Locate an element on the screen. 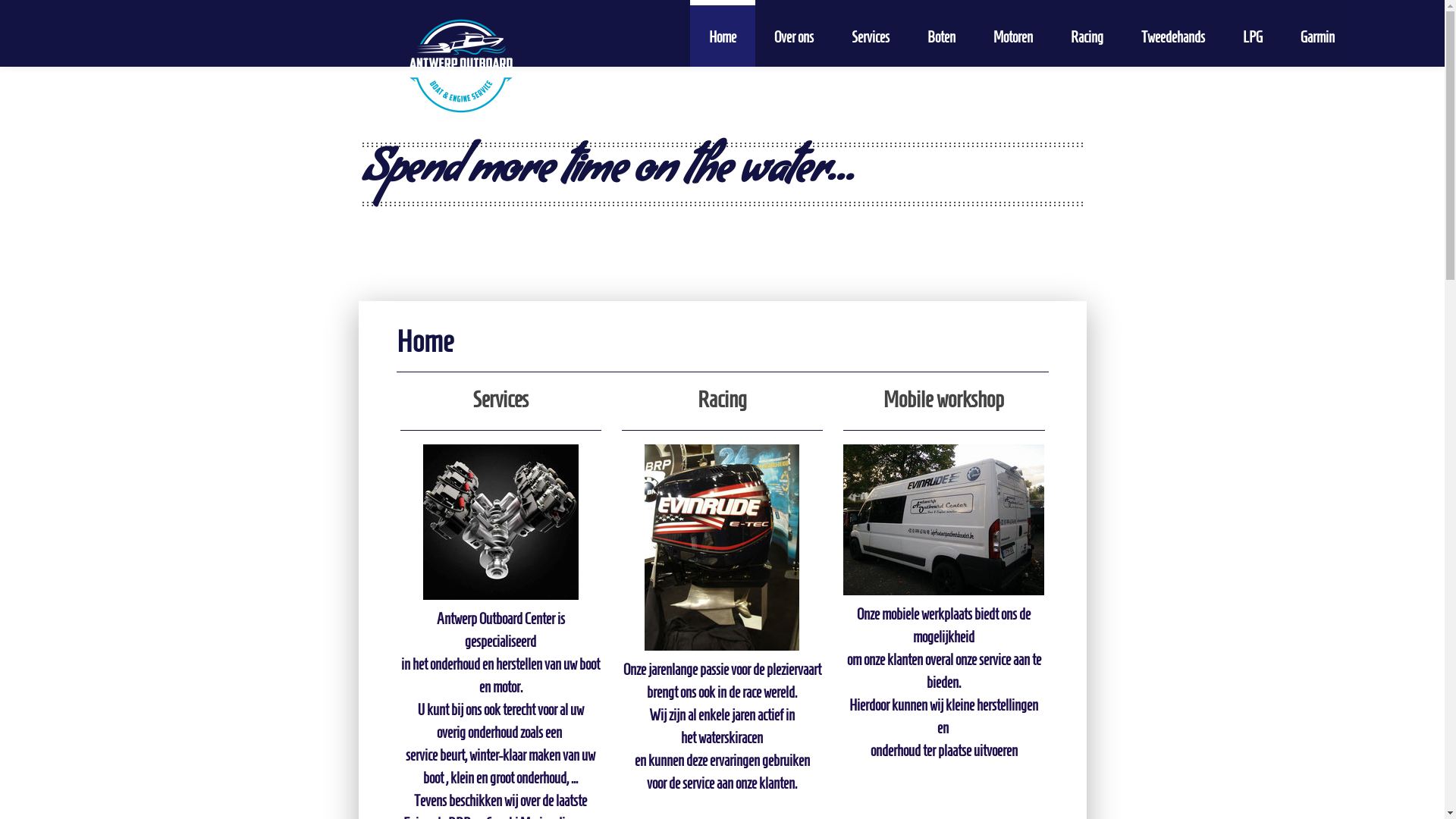 The width and height of the screenshot is (1456, 819). 'Boten' is located at coordinates (940, 33).